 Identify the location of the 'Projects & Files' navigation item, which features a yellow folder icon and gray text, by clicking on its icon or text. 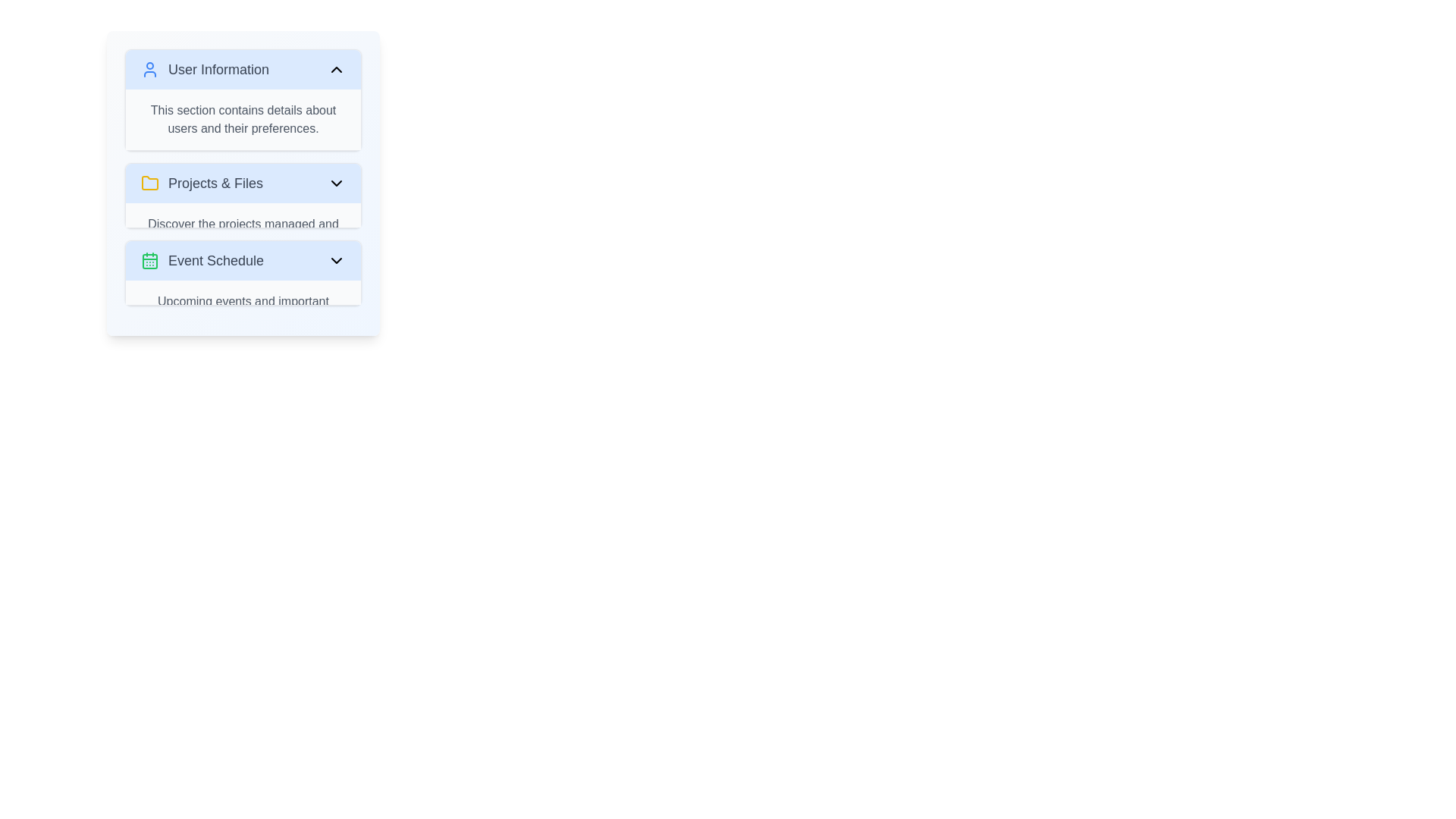
(201, 183).